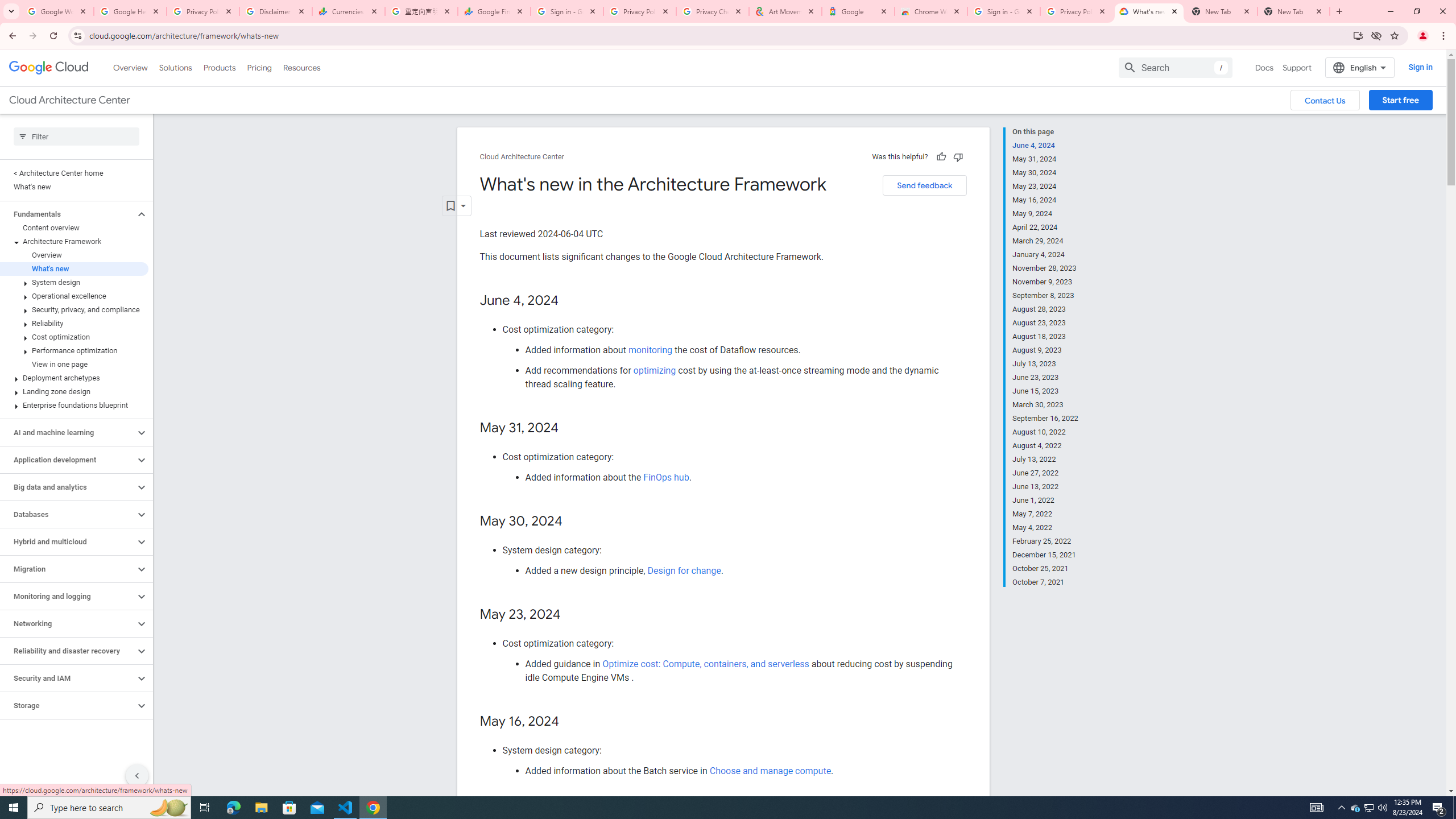 This screenshot has width=1456, height=819. I want to click on 'Helpful', so click(940, 156).